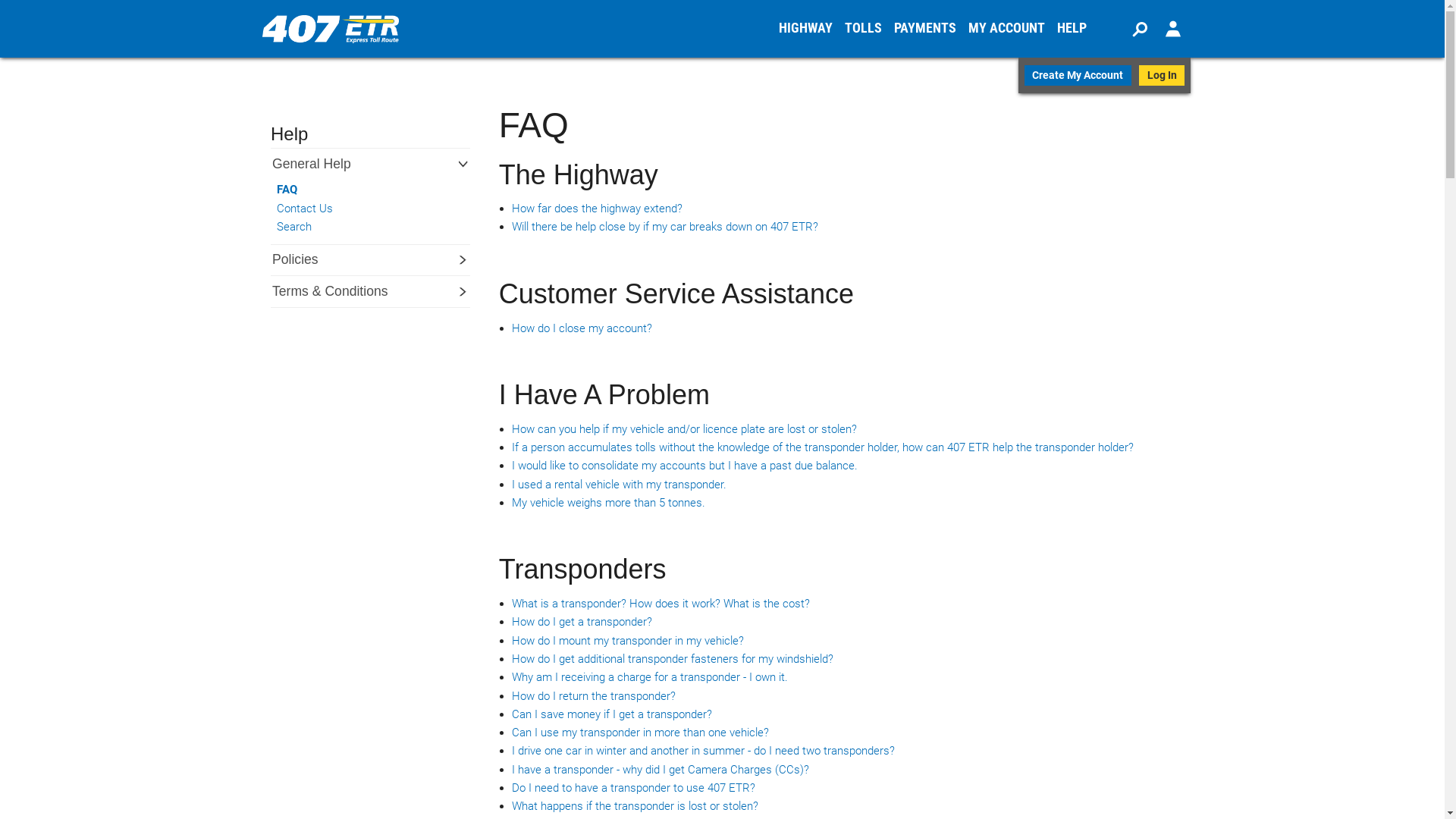 Image resolution: width=1456 pixels, height=819 pixels. Describe the element at coordinates (660, 769) in the screenshot. I see `'I have a transponder - why did I get Camera Charges (CCs)?'` at that location.